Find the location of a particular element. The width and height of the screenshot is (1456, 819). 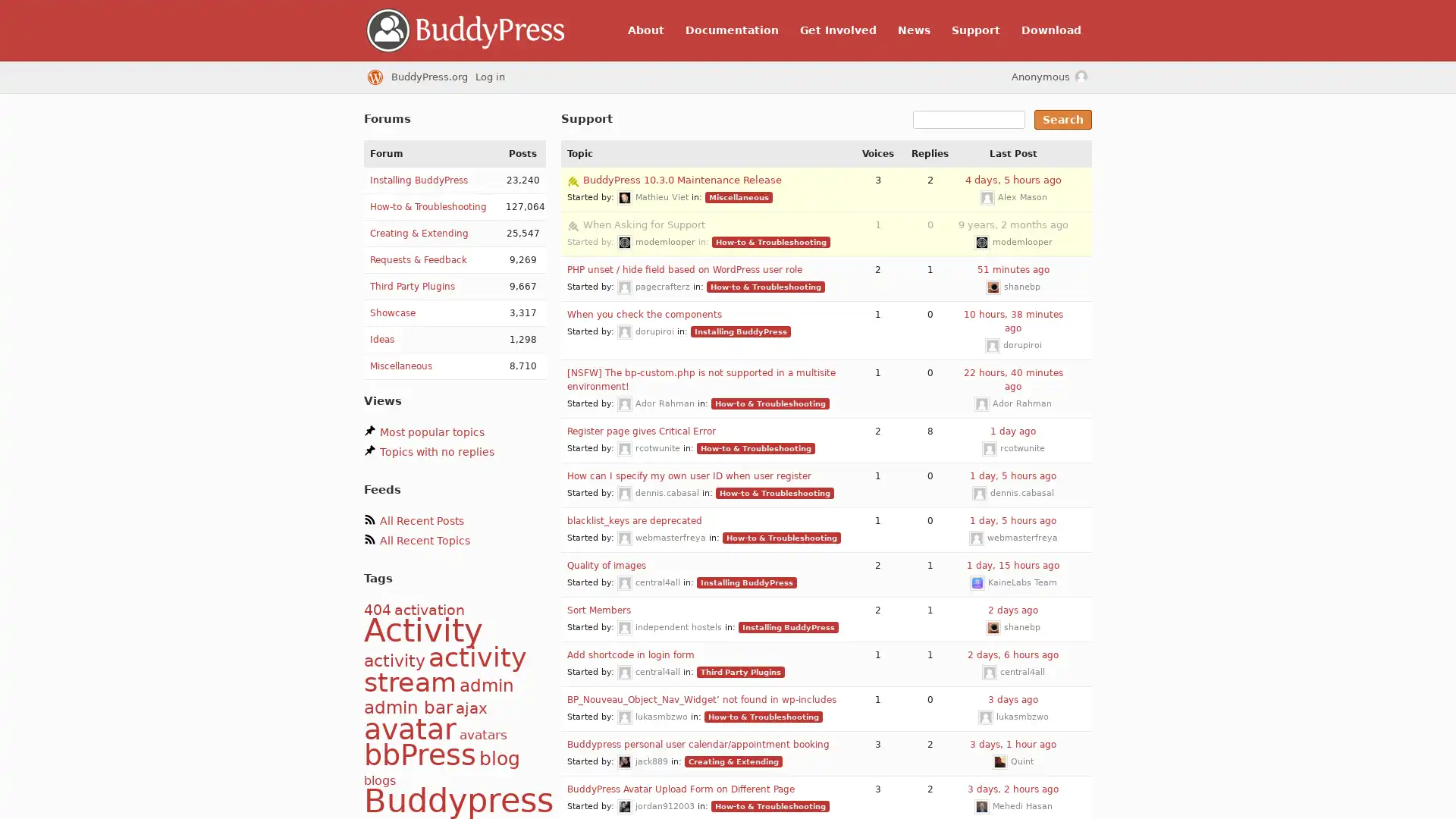

Search is located at coordinates (1062, 119).